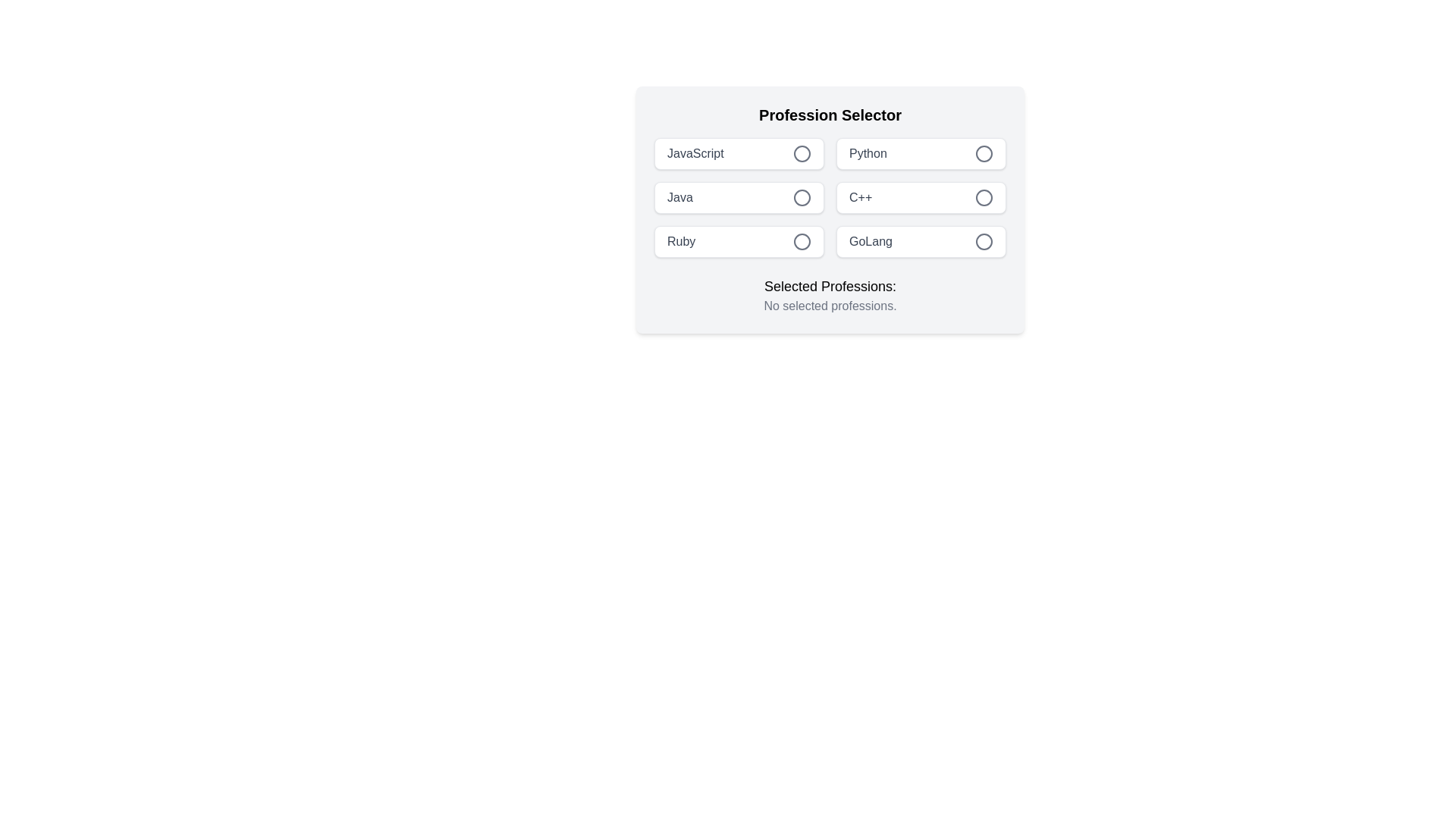  What do you see at coordinates (801, 197) in the screenshot?
I see `the radio button for the 'Java' option, which is a circular icon with a thin gray border, located in the second row, first column of the options grid` at bounding box center [801, 197].